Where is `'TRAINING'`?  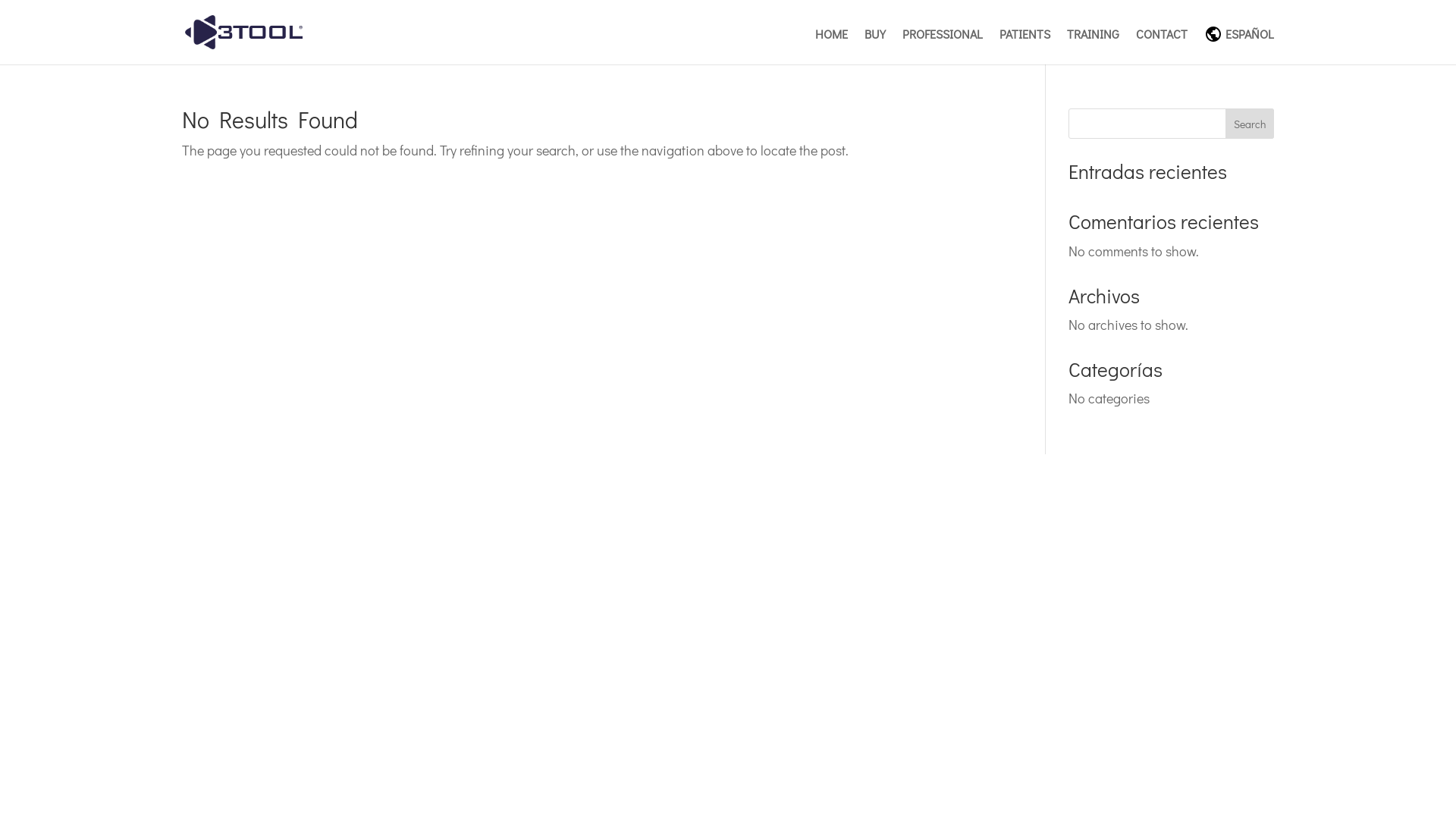
'TRAINING' is located at coordinates (1065, 43).